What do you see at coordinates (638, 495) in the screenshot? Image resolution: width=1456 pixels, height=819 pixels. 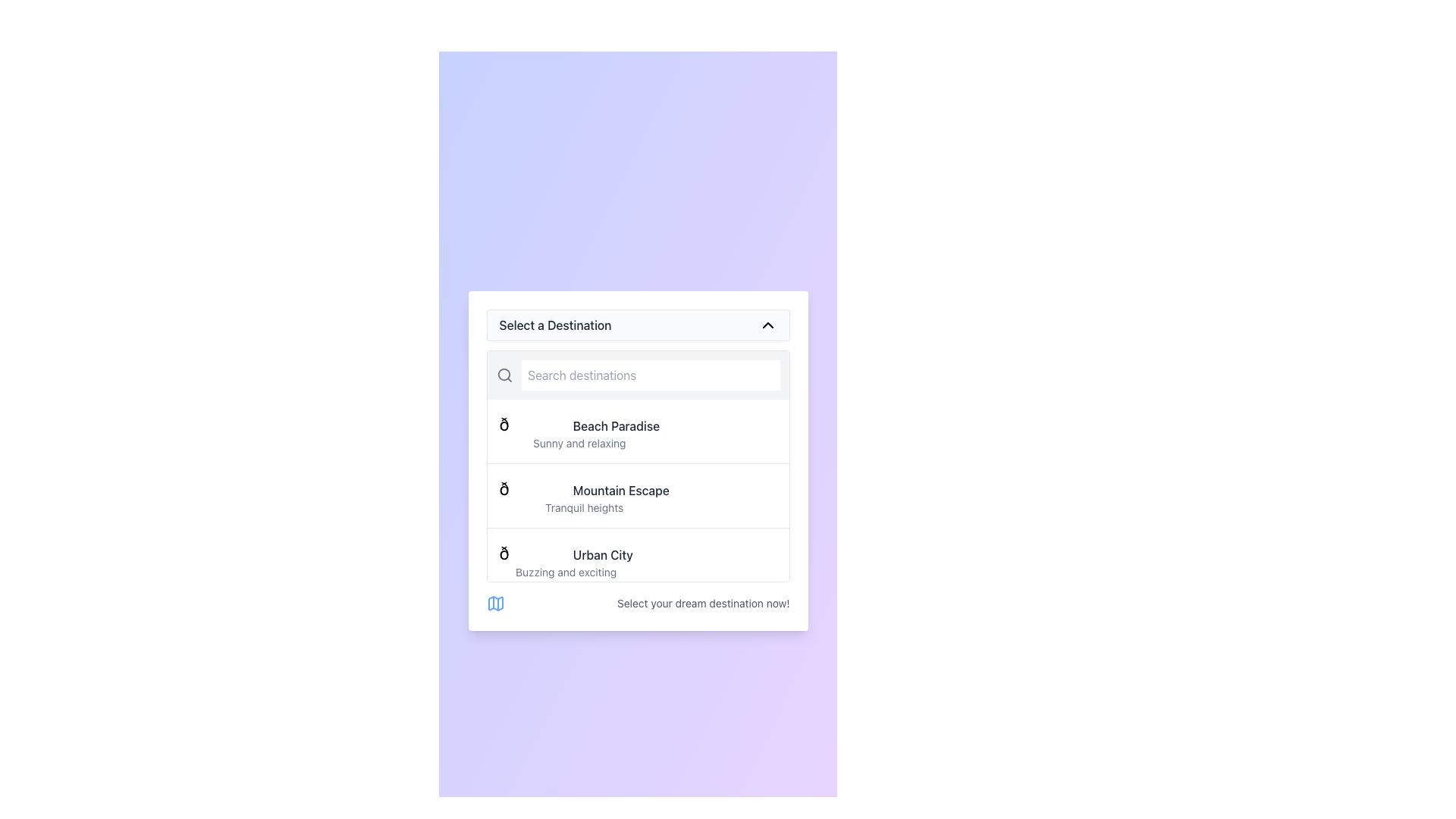 I see `the 'Mountain Escape' menu item, which features a mountain symbol and two lines of text indicating the destination` at bounding box center [638, 495].